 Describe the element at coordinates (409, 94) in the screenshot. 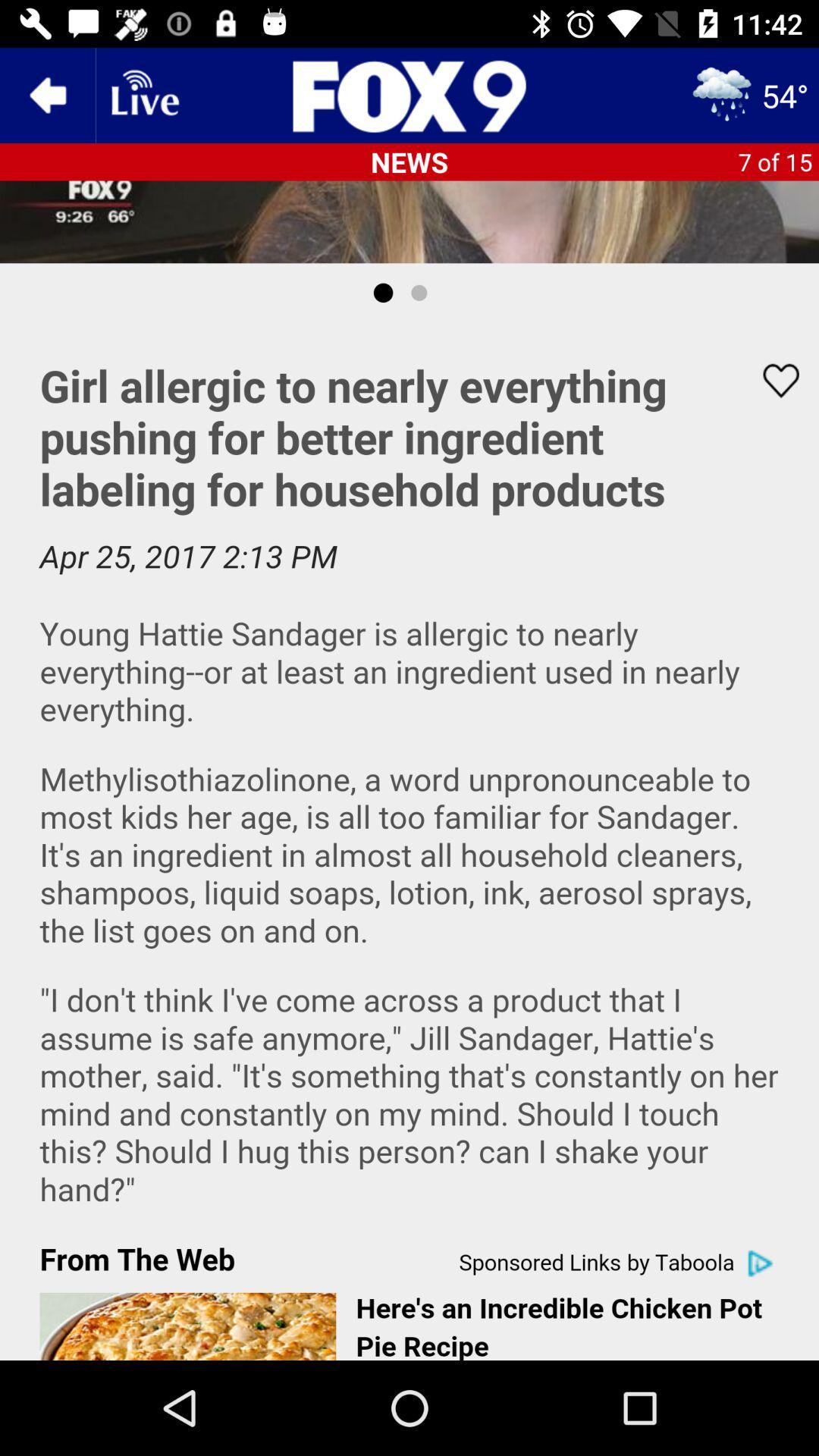

I see `title icon` at that location.